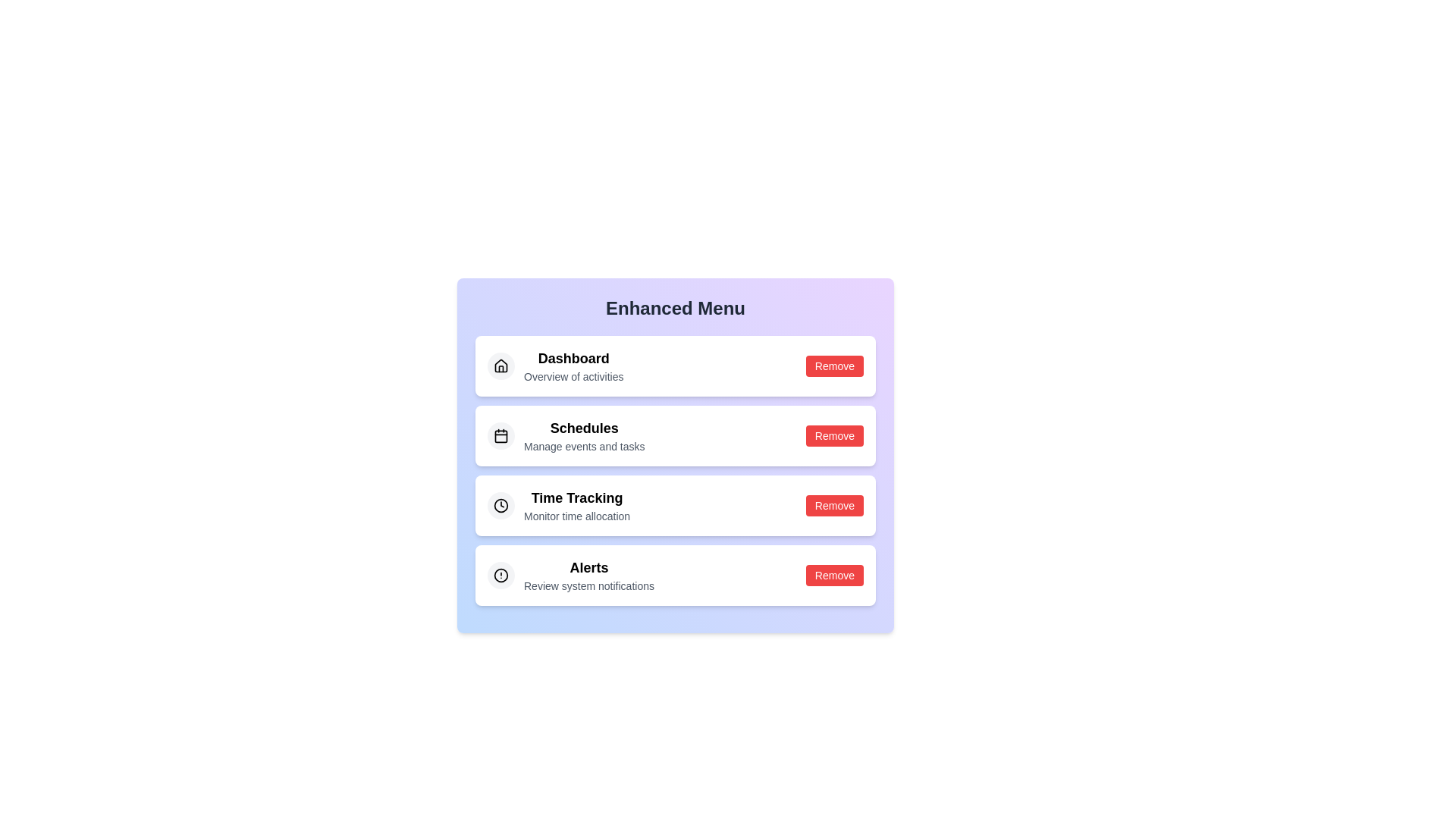 This screenshot has width=1456, height=819. What do you see at coordinates (675, 308) in the screenshot?
I see `the title text 'Enhanced Menu'` at bounding box center [675, 308].